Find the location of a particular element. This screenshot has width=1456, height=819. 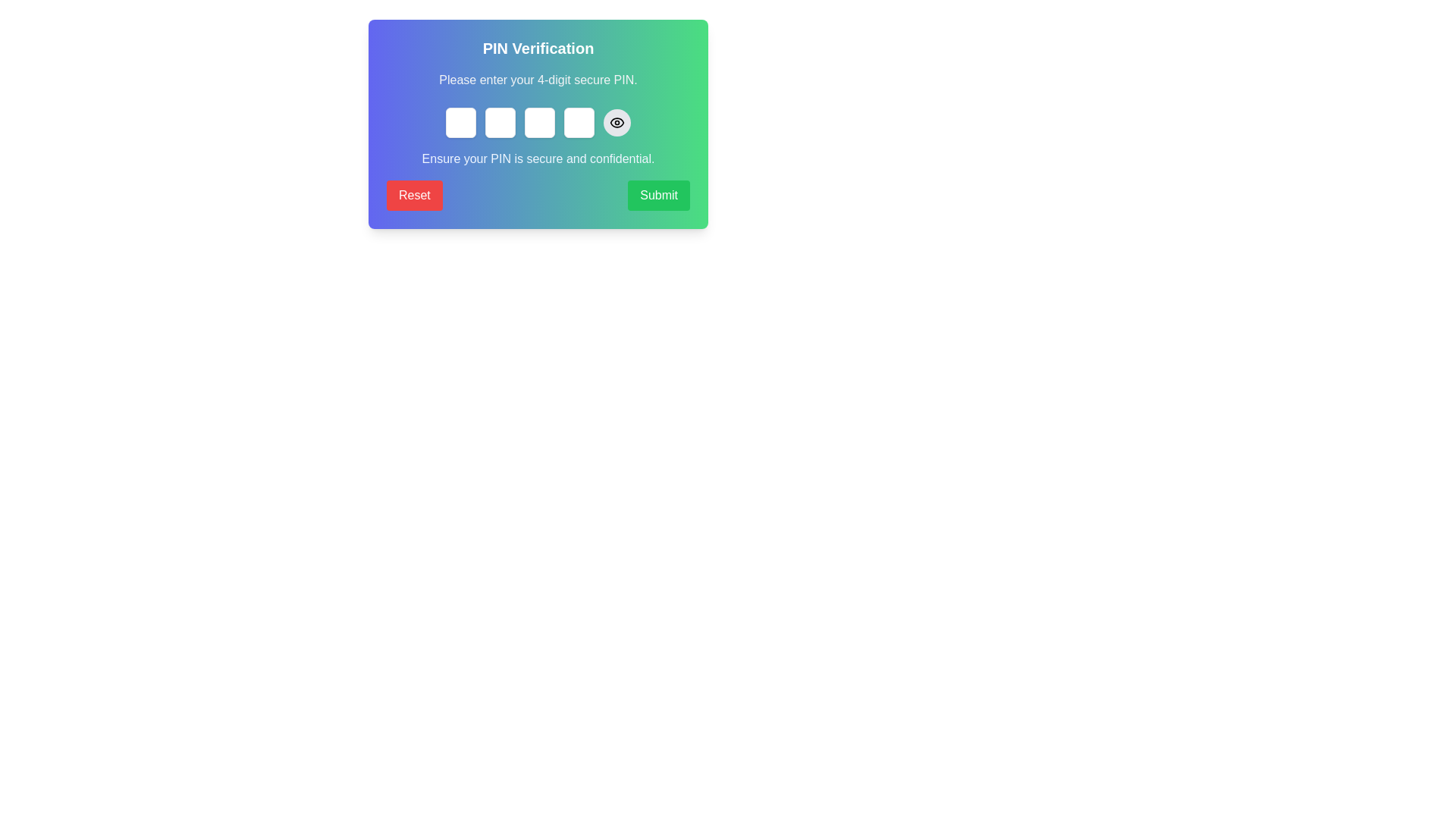

the reset button located at the bottom-left of the panel is located at coordinates (414, 195).